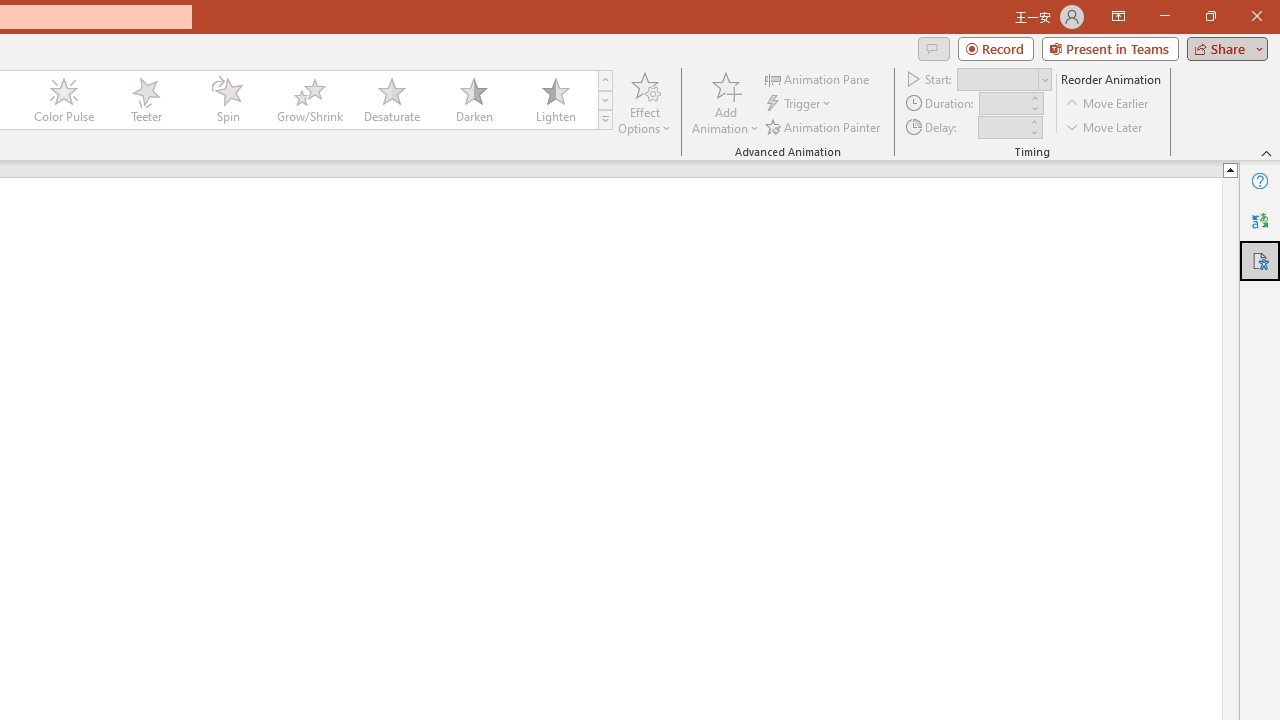 This screenshot has width=1280, height=720. Describe the element at coordinates (818, 78) in the screenshot. I see `'Animation Pane'` at that location.